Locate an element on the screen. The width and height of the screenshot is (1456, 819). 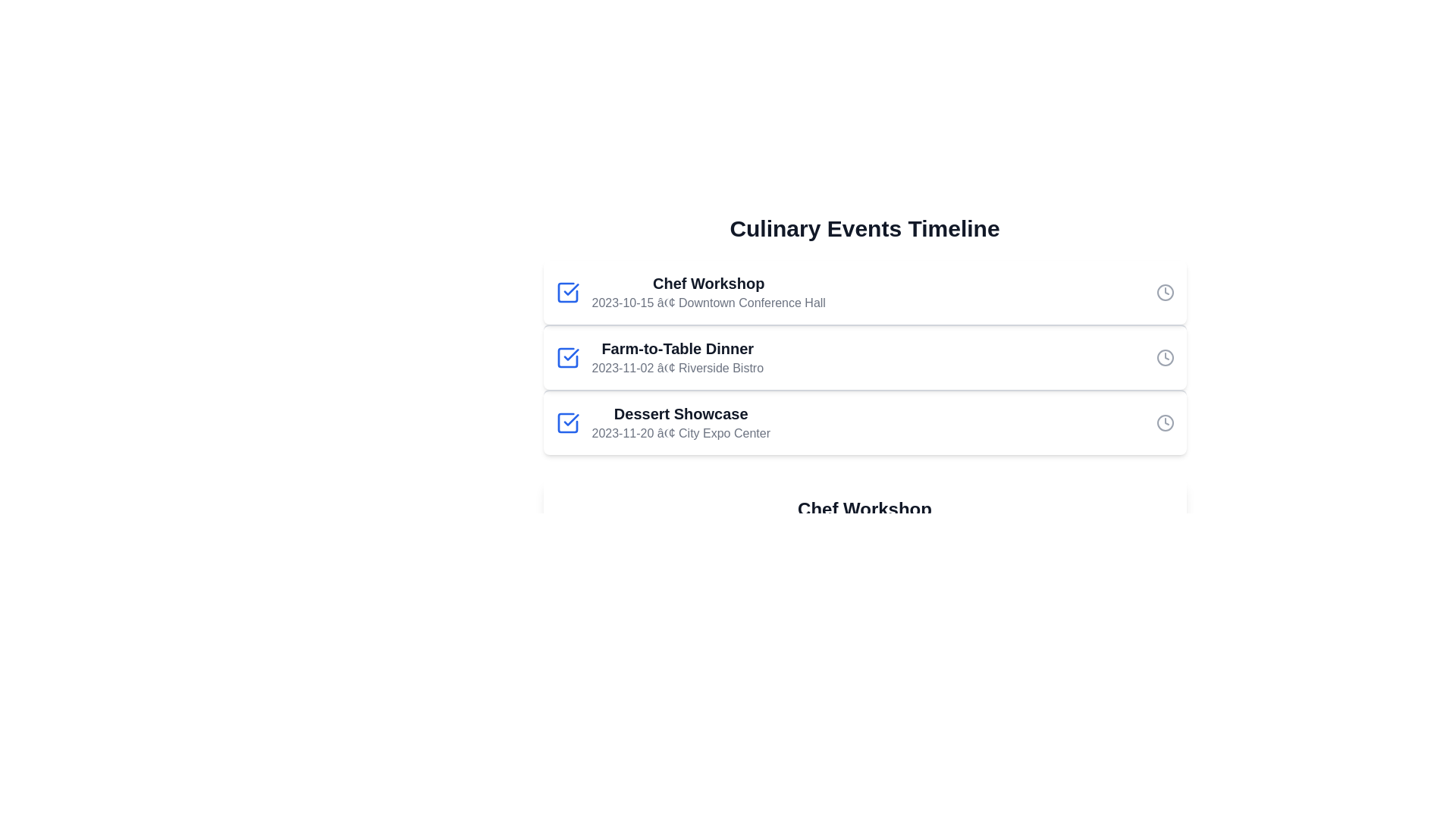
date and venue information from the descriptive text label located below the 'Dessert Showcase' title is located at coordinates (680, 433).